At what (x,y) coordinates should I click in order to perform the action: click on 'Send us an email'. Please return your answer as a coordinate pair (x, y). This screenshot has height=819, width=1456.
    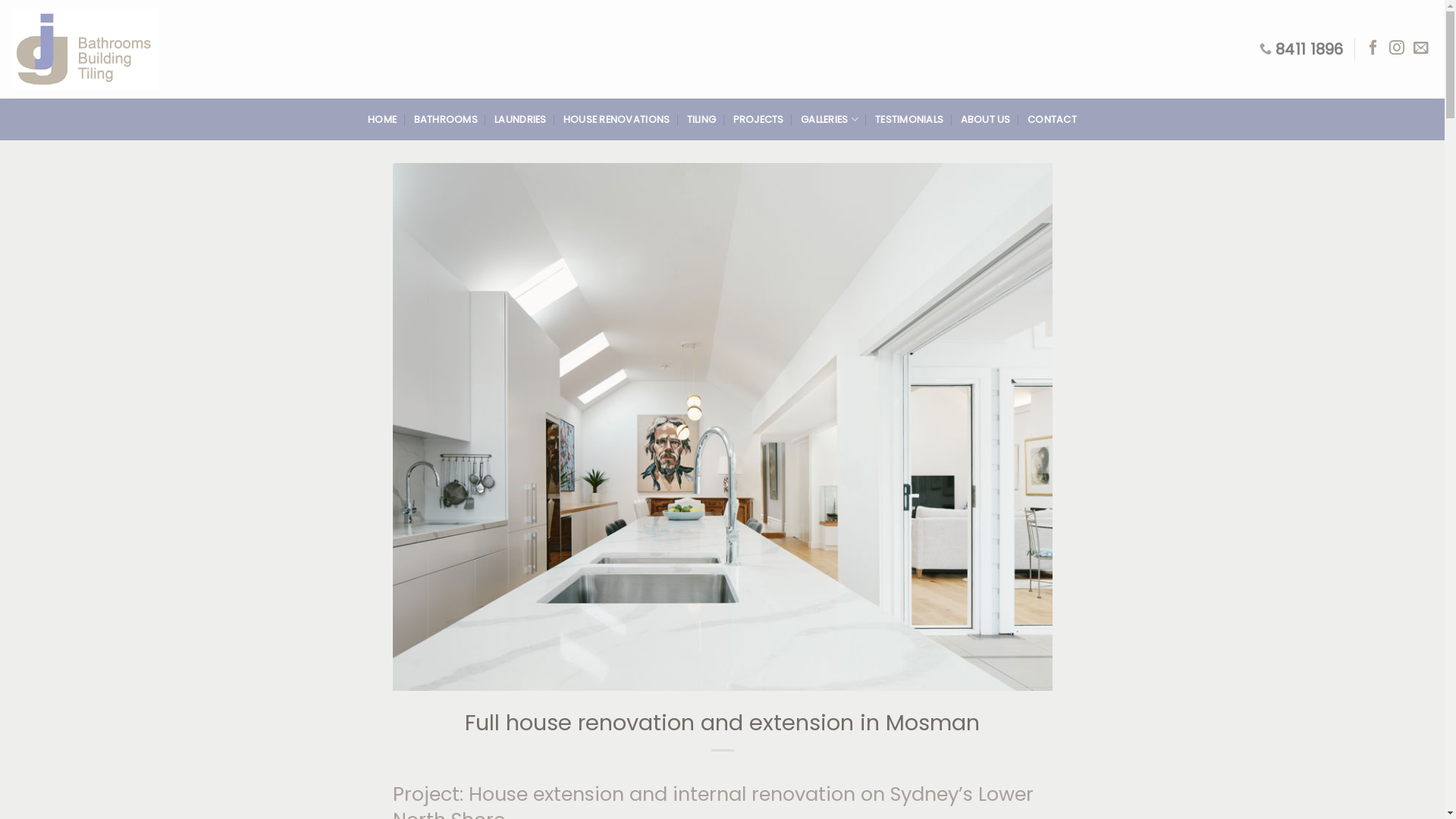
    Looking at the image, I should click on (1420, 48).